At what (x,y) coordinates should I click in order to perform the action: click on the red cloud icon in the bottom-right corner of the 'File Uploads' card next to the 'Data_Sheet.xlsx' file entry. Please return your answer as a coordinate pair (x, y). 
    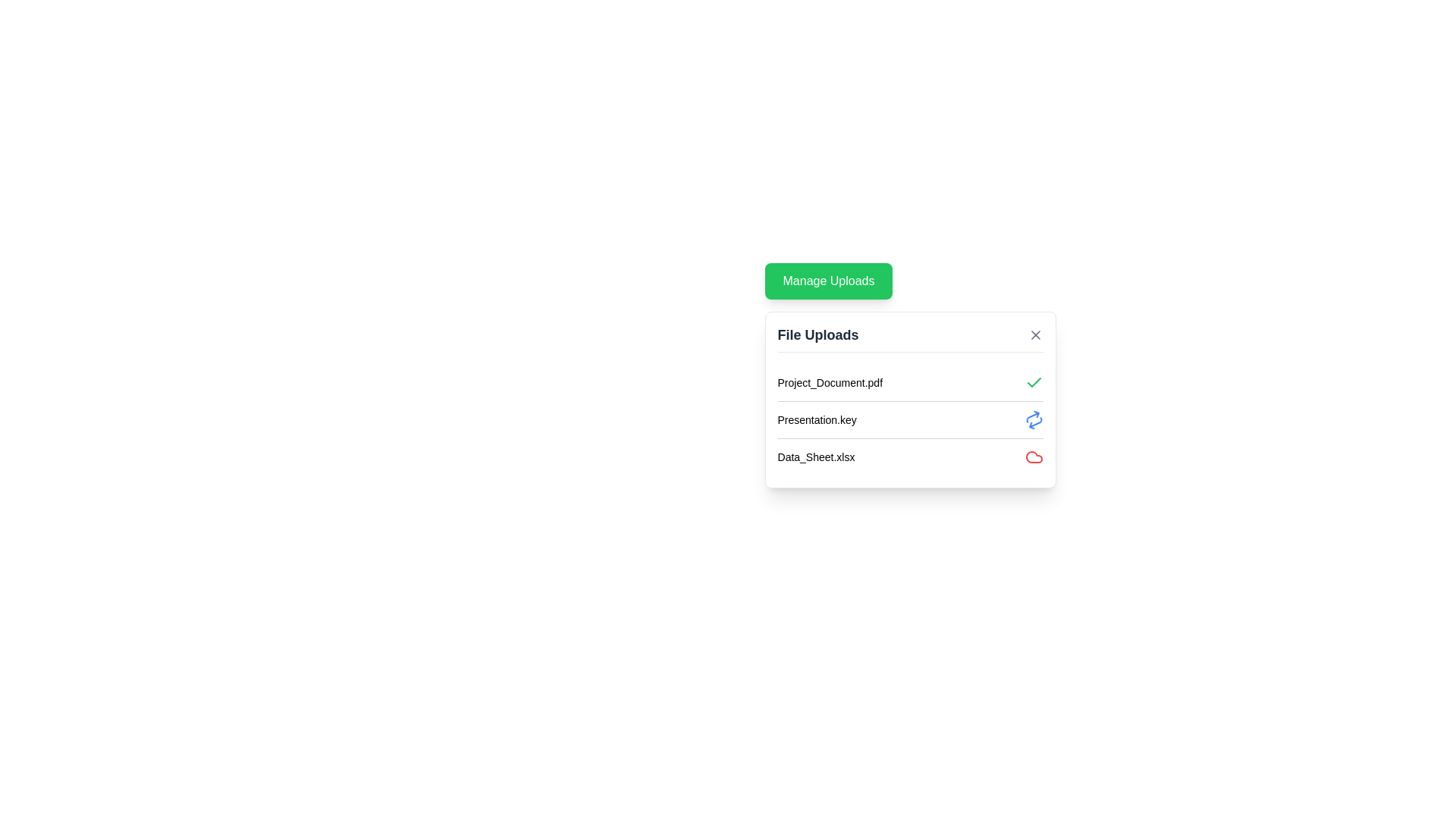
    Looking at the image, I should click on (1033, 456).